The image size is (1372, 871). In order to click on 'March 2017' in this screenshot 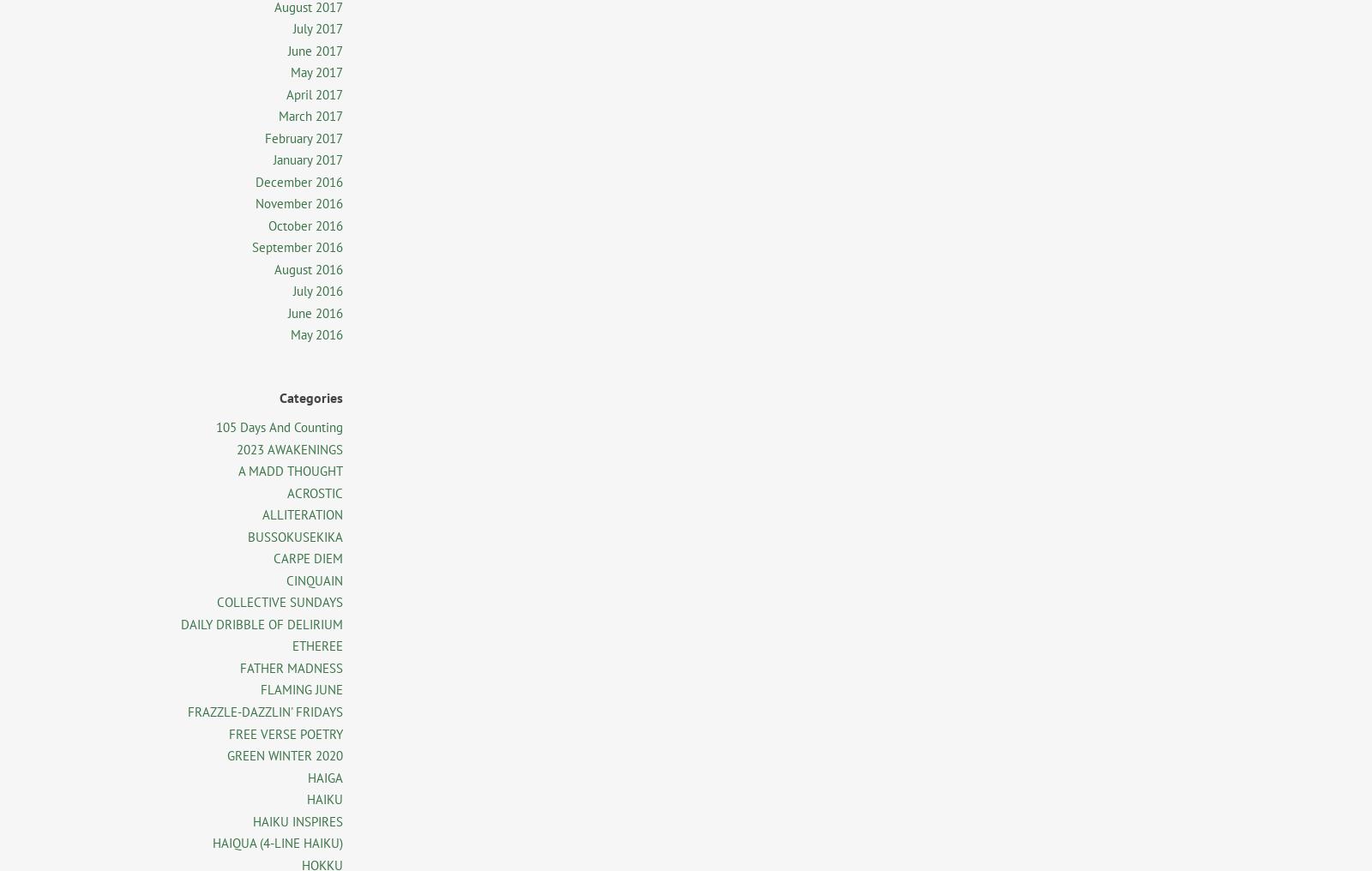, I will do `click(310, 115)`.